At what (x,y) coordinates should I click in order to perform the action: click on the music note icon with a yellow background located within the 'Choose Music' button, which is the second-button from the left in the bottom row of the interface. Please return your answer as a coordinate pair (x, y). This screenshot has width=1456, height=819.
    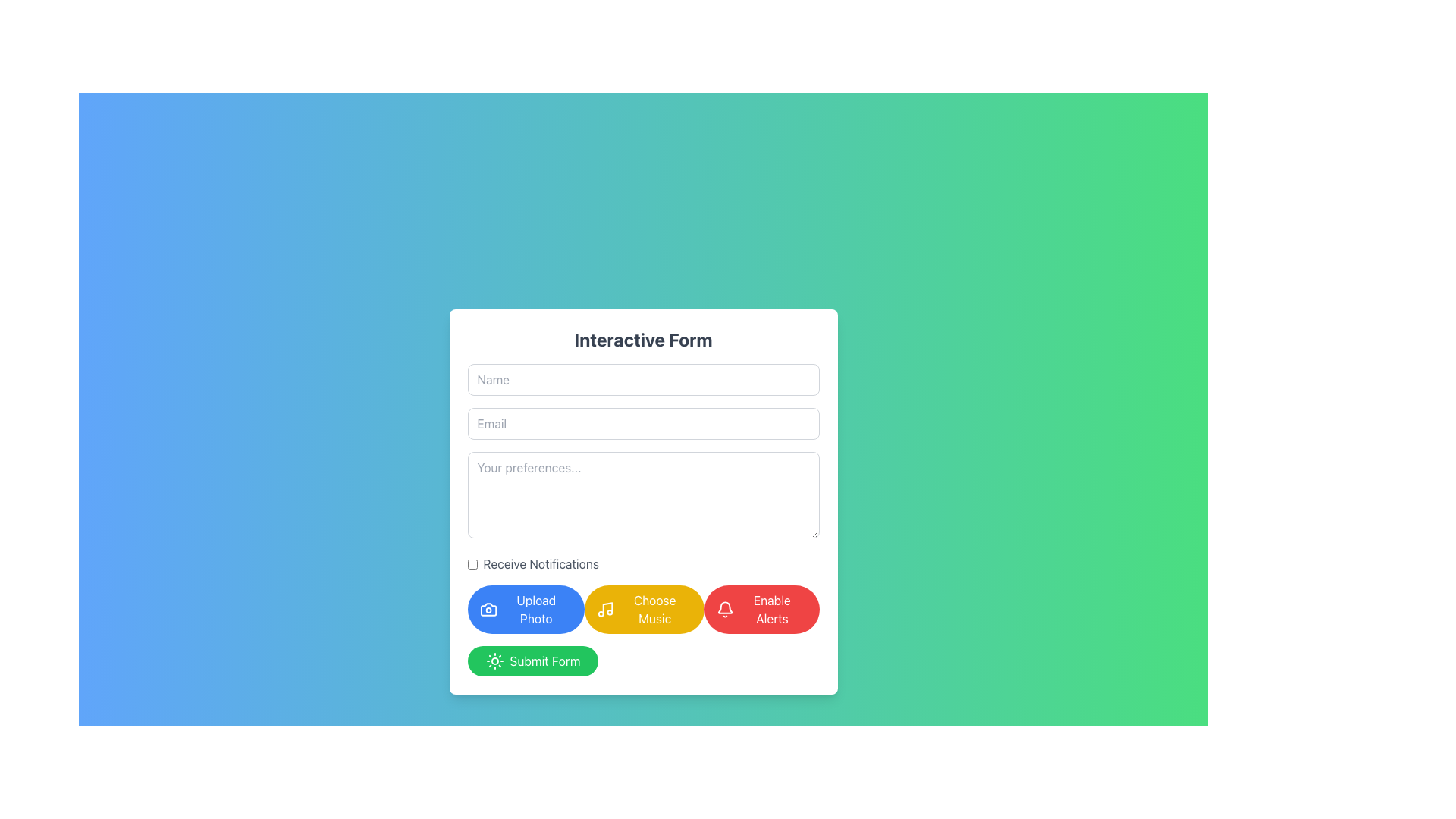
    Looking at the image, I should click on (604, 608).